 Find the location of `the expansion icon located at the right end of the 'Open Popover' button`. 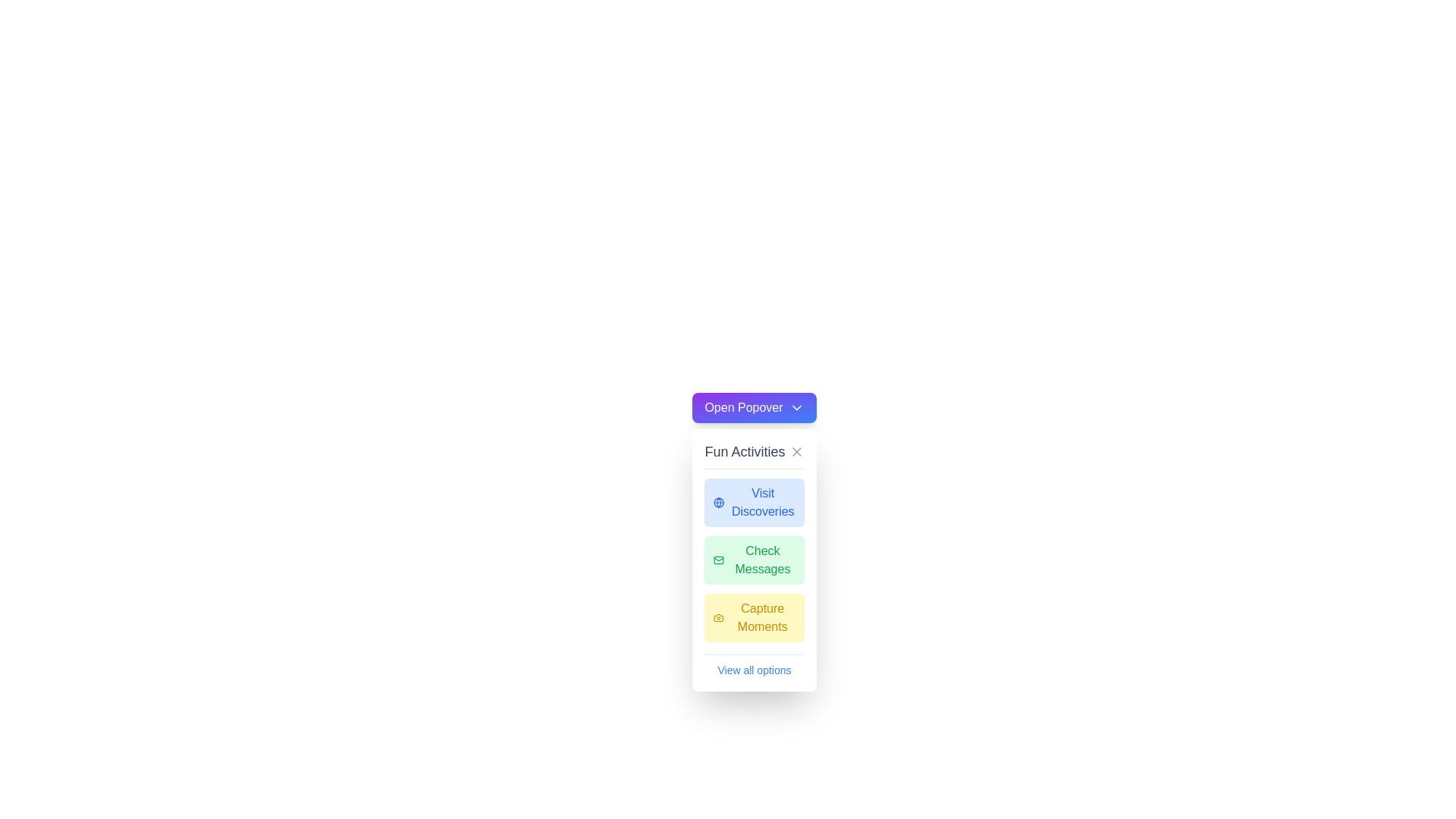

the expansion icon located at the right end of the 'Open Popover' button is located at coordinates (795, 406).